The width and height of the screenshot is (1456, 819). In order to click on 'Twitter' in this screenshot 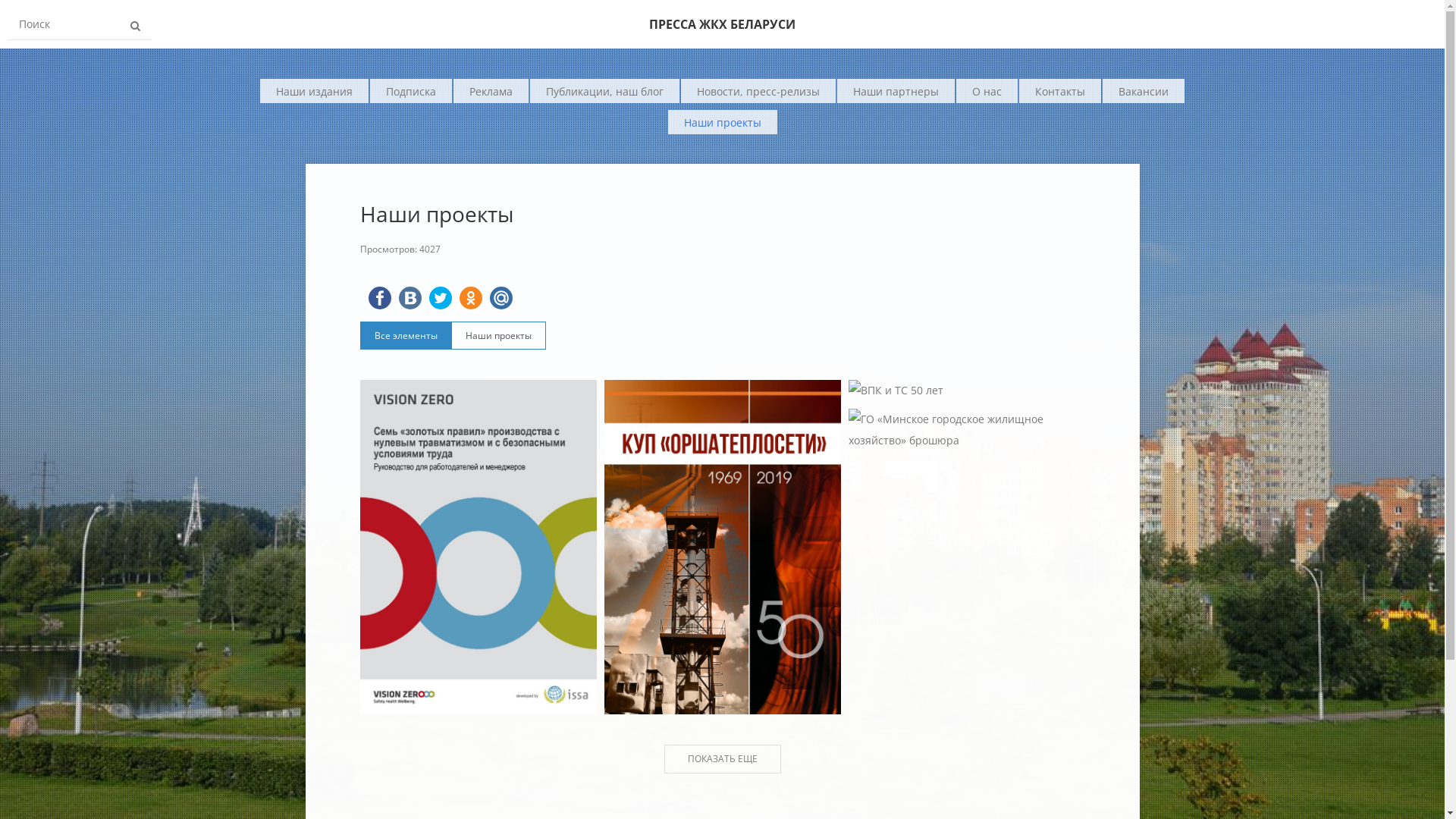, I will do `click(428, 298)`.